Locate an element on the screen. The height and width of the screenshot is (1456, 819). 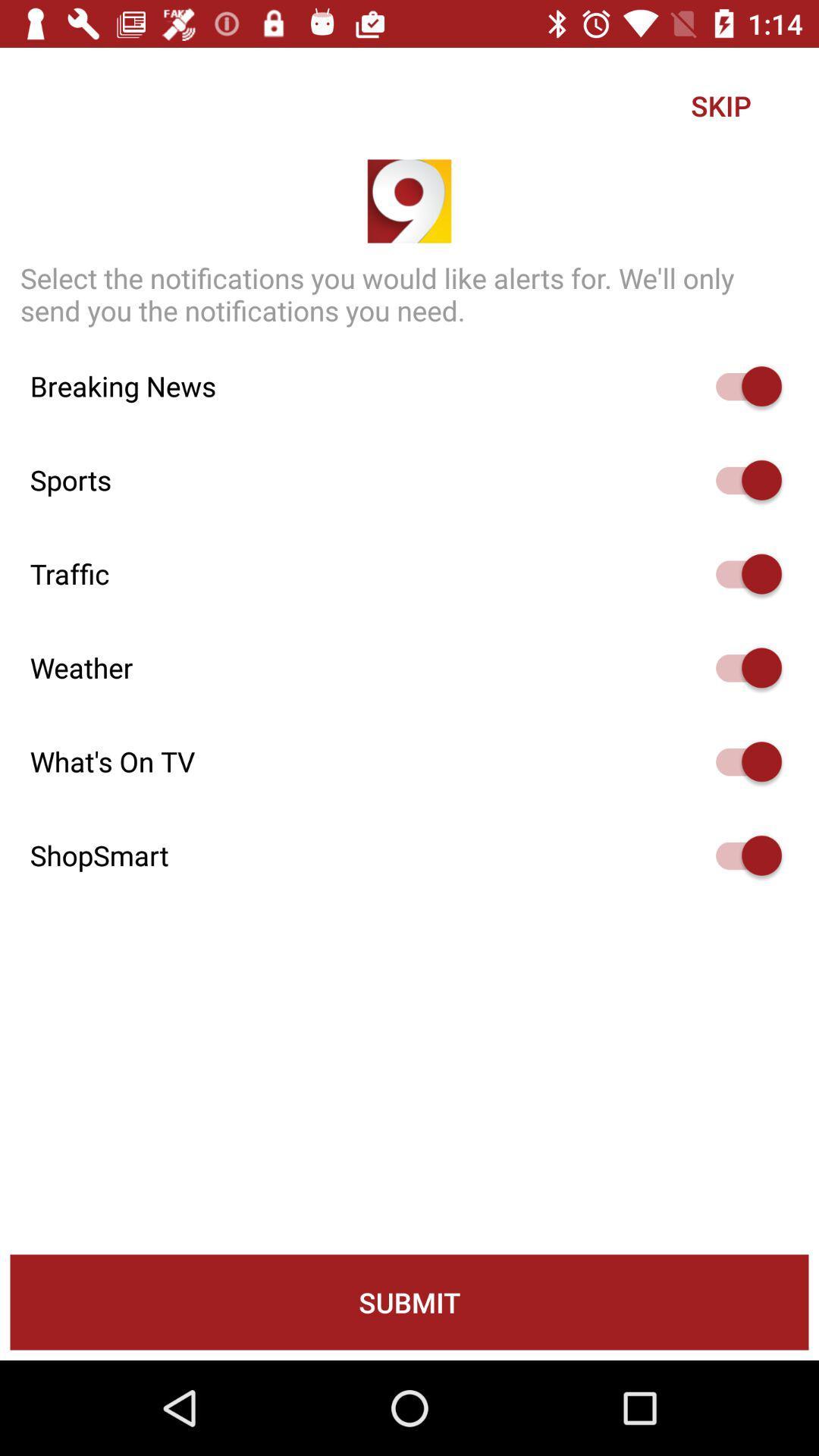
what 's on tv option is located at coordinates (741, 761).